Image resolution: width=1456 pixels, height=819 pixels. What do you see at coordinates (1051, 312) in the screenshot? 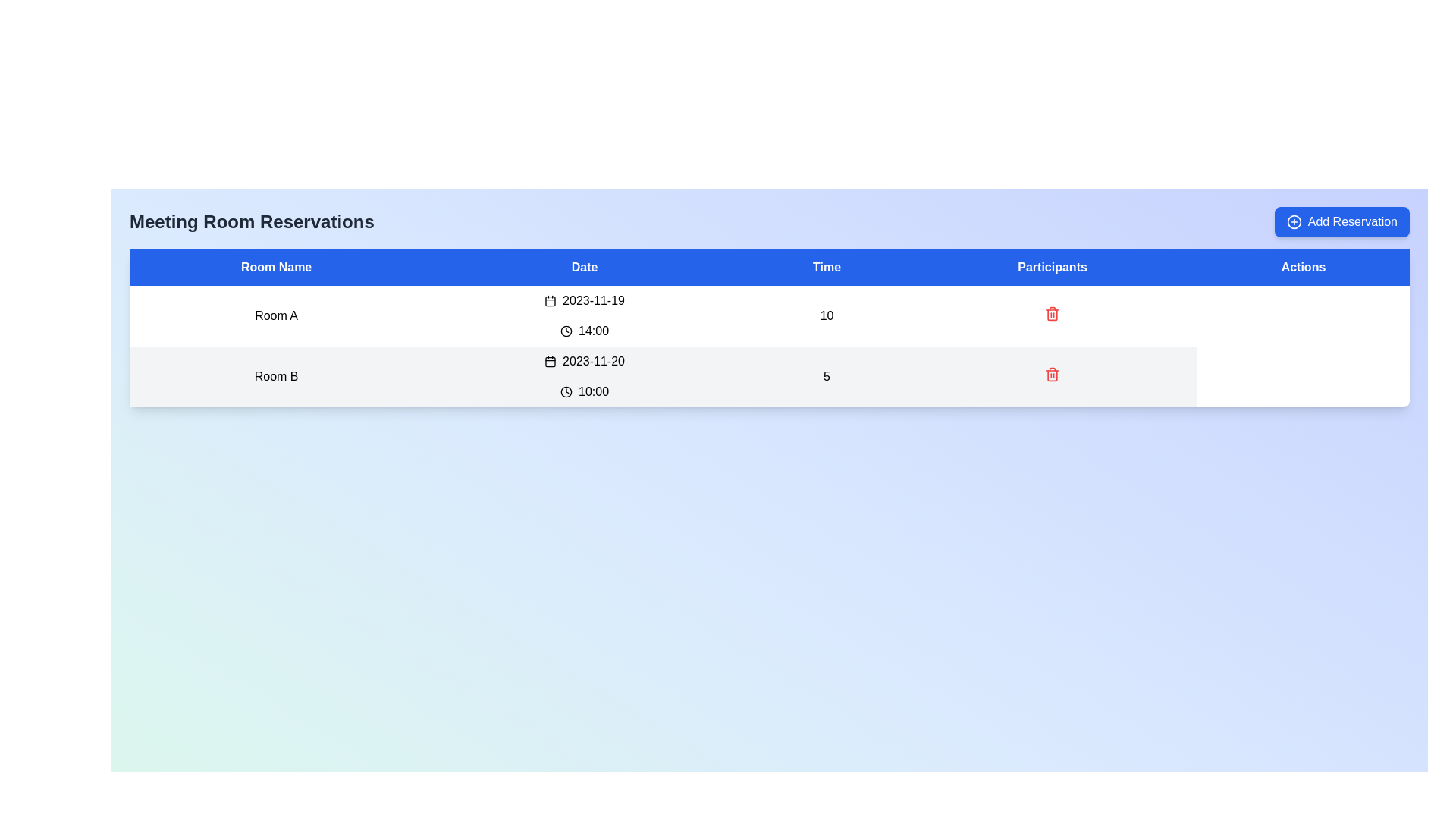
I see `the delete icon button located in the second row of the 'Actions' column of the table` at bounding box center [1051, 312].